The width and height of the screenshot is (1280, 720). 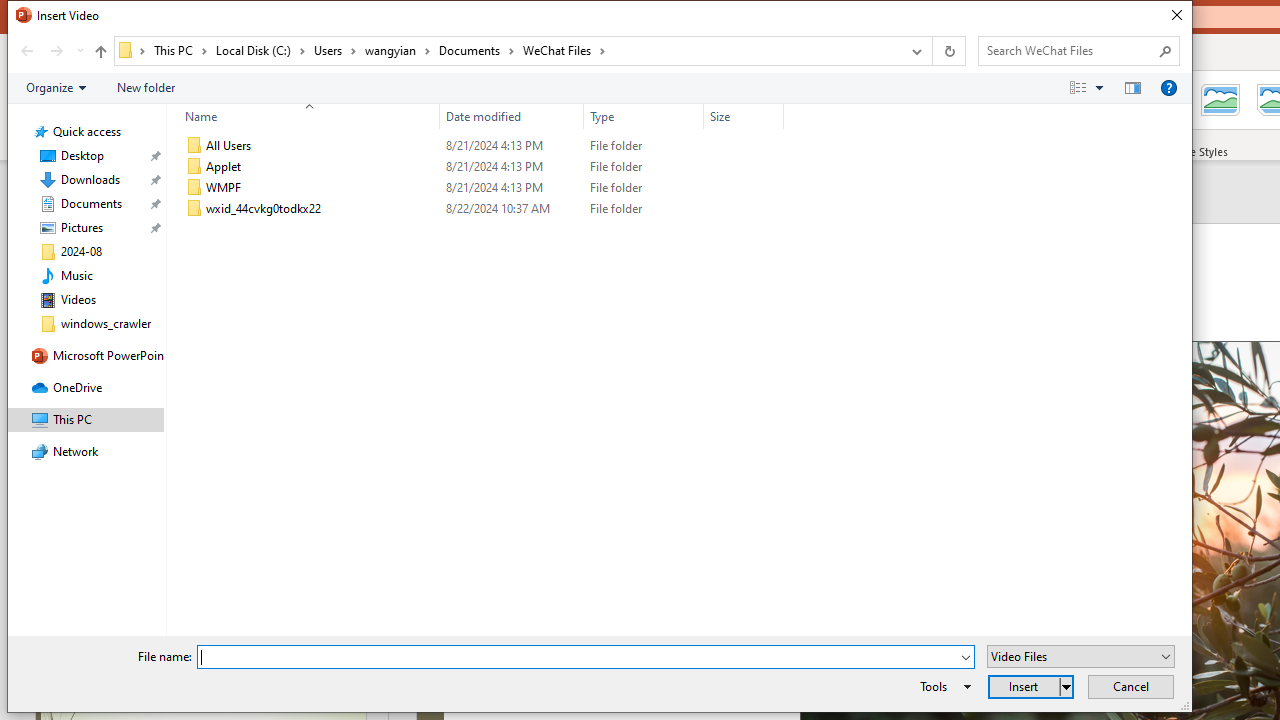 I want to click on 'Cancel', so click(x=1130, y=685).